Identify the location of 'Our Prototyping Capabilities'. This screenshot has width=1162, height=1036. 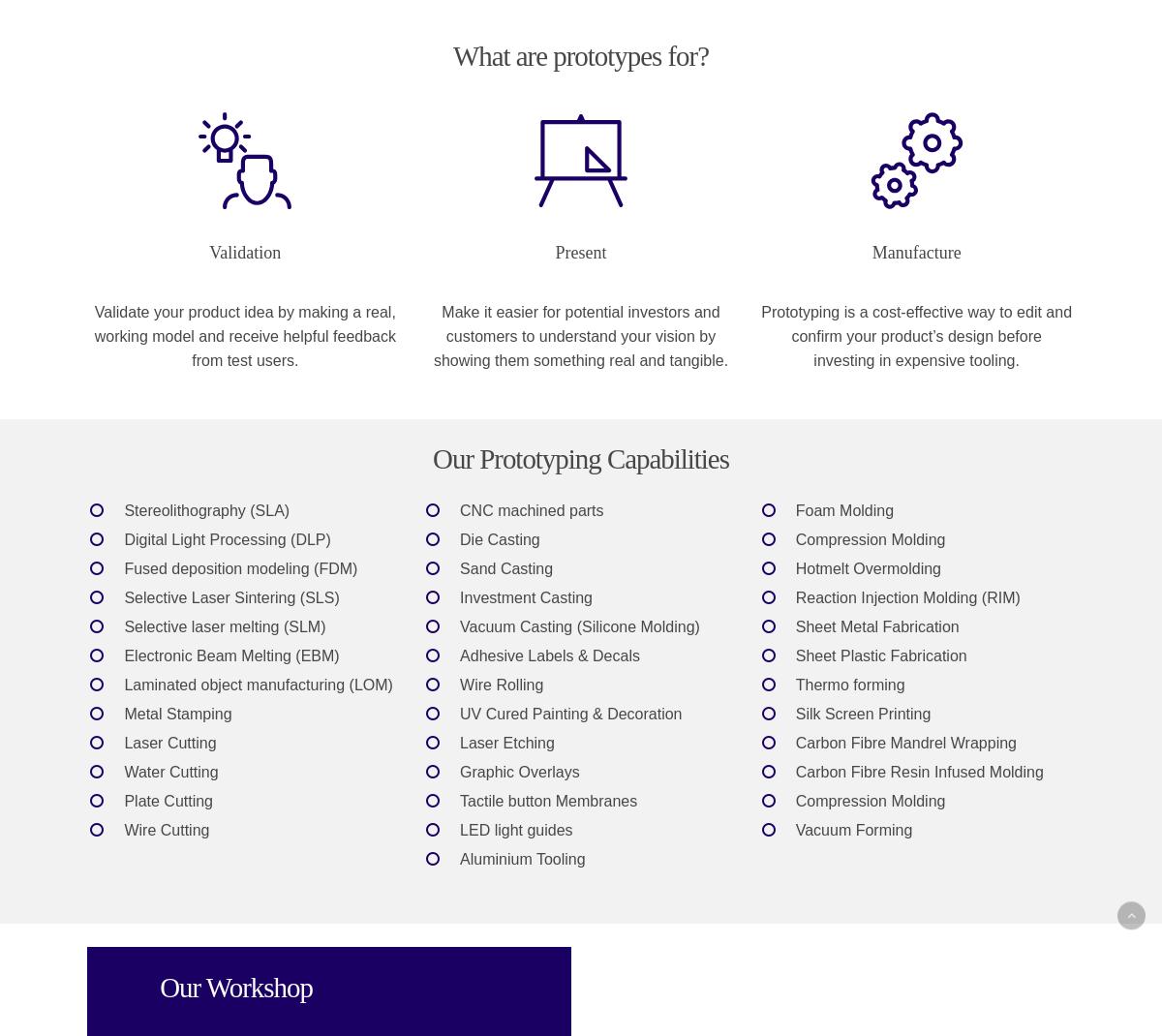
(433, 458).